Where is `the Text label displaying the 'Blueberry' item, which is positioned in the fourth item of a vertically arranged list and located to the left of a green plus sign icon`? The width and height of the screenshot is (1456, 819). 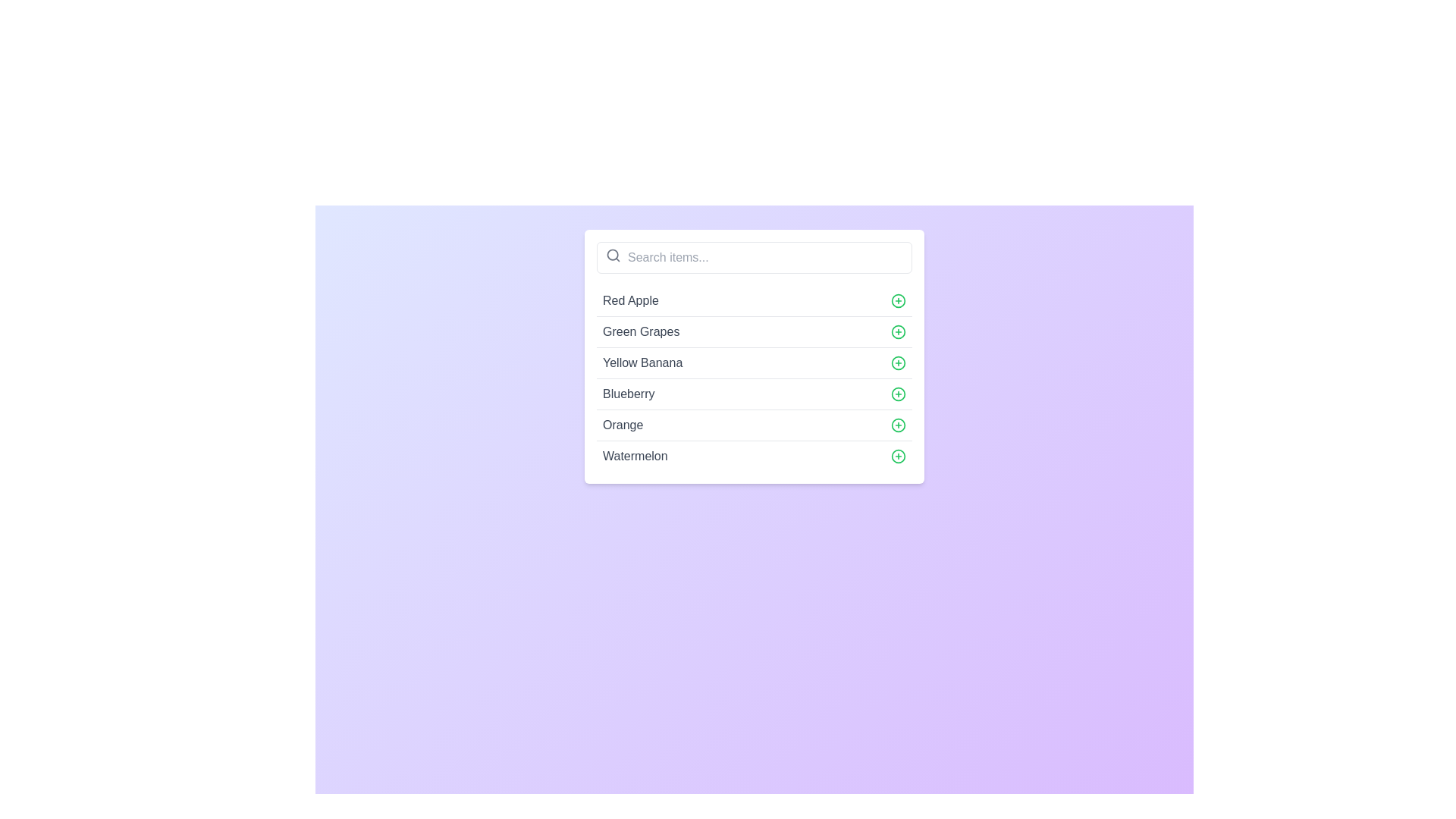
the Text label displaying the 'Blueberry' item, which is positioned in the fourth item of a vertically arranged list and located to the left of a green plus sign icon is located at coordinates (629, 394).